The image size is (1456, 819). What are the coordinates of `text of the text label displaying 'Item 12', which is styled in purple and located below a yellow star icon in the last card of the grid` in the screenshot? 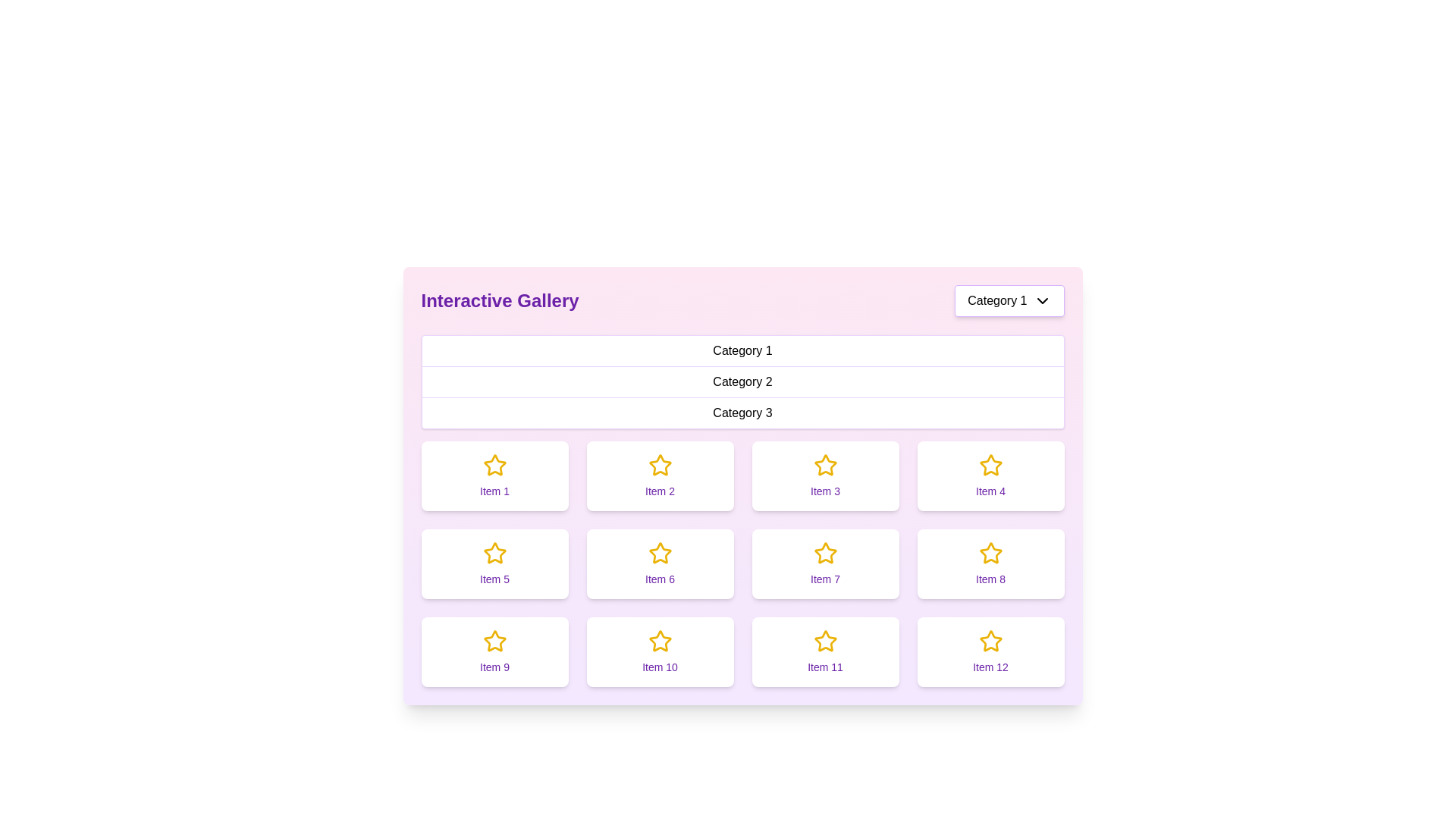 It's located at (990, 666).